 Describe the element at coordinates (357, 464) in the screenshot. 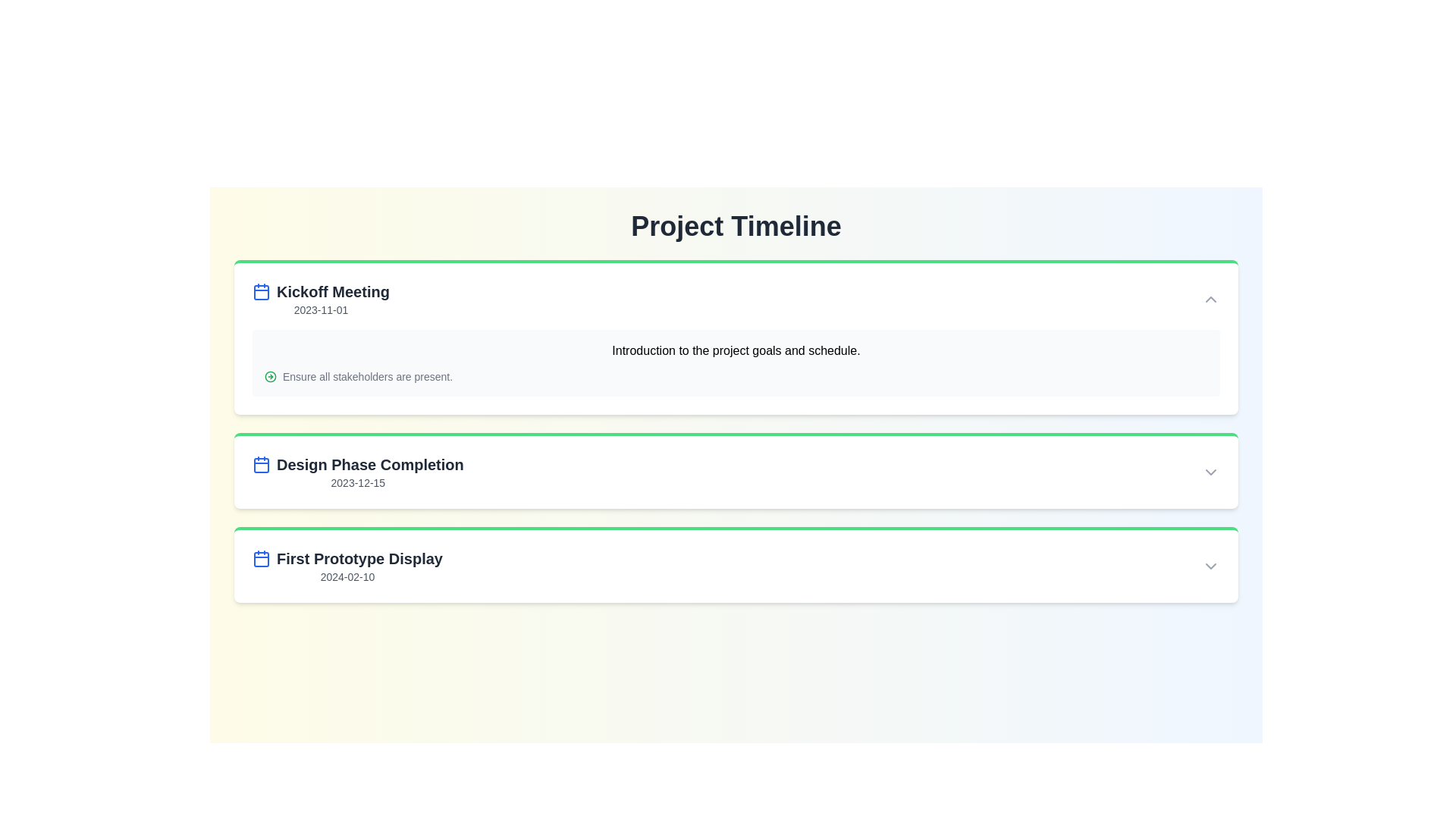

I see `text label displaying 'Design Phase Completion', which is prominently styled and located below the 'Kickoff Meeting' section` at that location.